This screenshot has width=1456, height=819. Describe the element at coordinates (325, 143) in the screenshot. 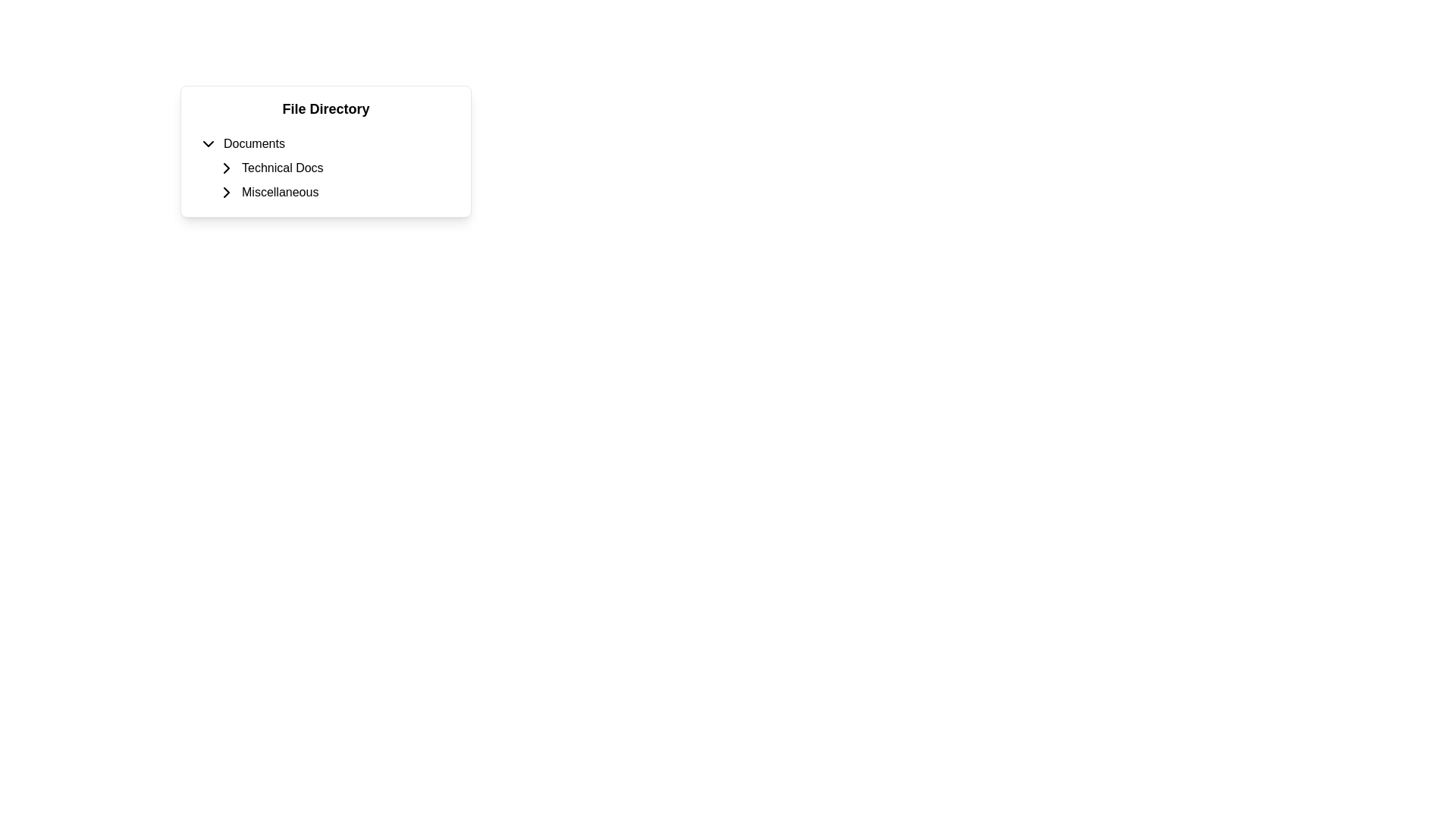

I see `the Collapsible header control labeled 'Documents' for keyboard navigation` at that location.